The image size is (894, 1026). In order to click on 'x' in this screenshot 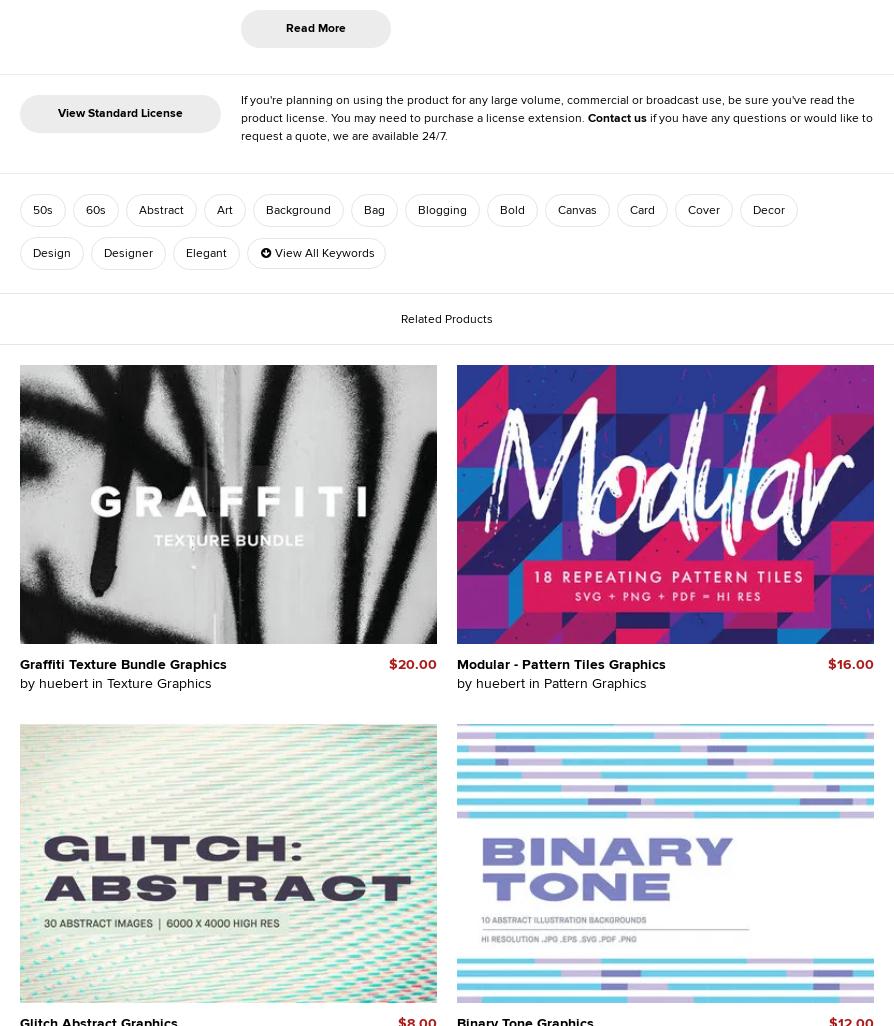, I will do `click(343, 103)`.